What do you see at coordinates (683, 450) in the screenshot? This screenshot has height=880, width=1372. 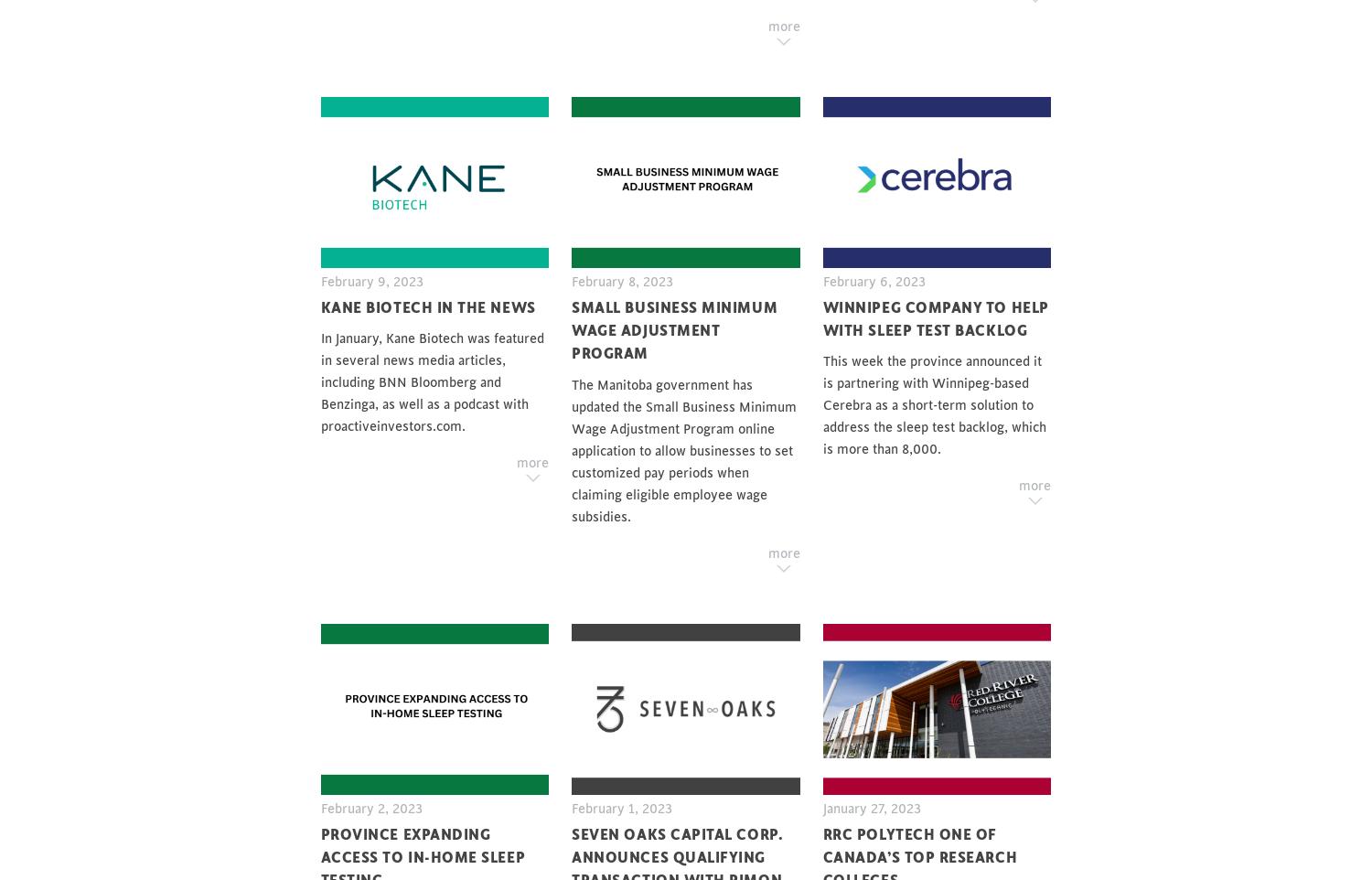 I see `'The Manitoba government has updated the Small Business Minimum Wage Adjustment Program online application to allow businesses to set customized pay periods when claiming eligible employee wage subsidies.'` at bounding box center [683, 450].